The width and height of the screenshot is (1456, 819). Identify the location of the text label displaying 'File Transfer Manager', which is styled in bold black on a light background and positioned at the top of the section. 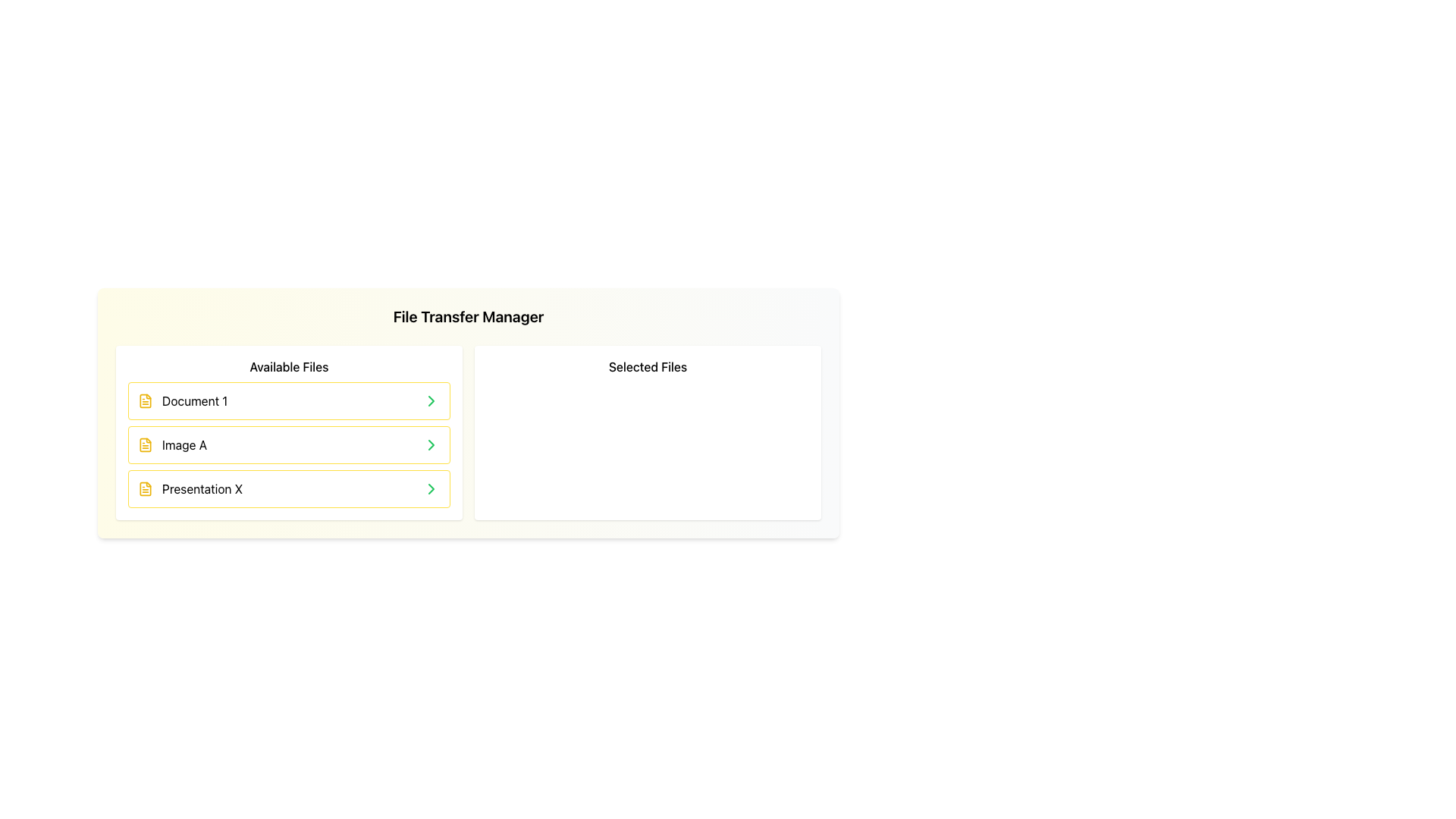
(468, 315).